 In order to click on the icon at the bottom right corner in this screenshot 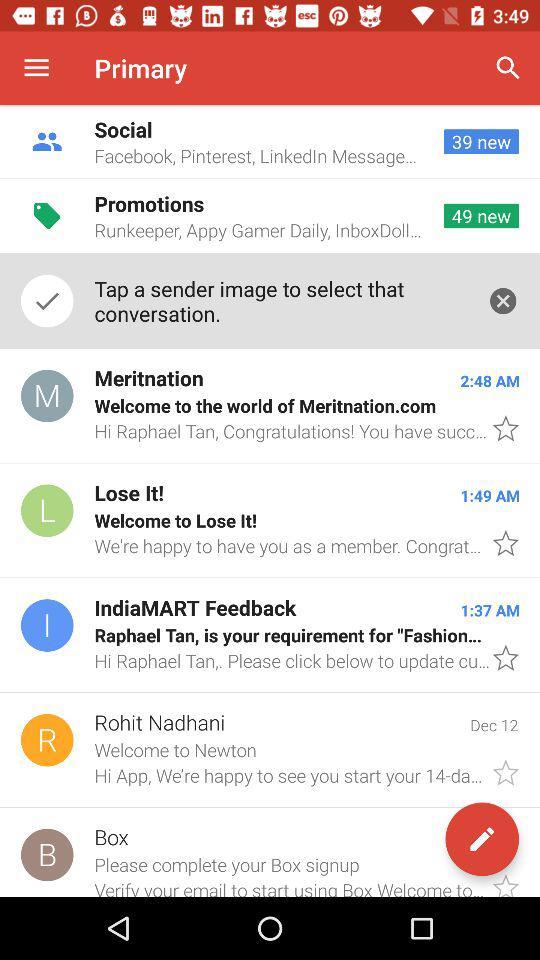, I will do `click(481, 839)`.